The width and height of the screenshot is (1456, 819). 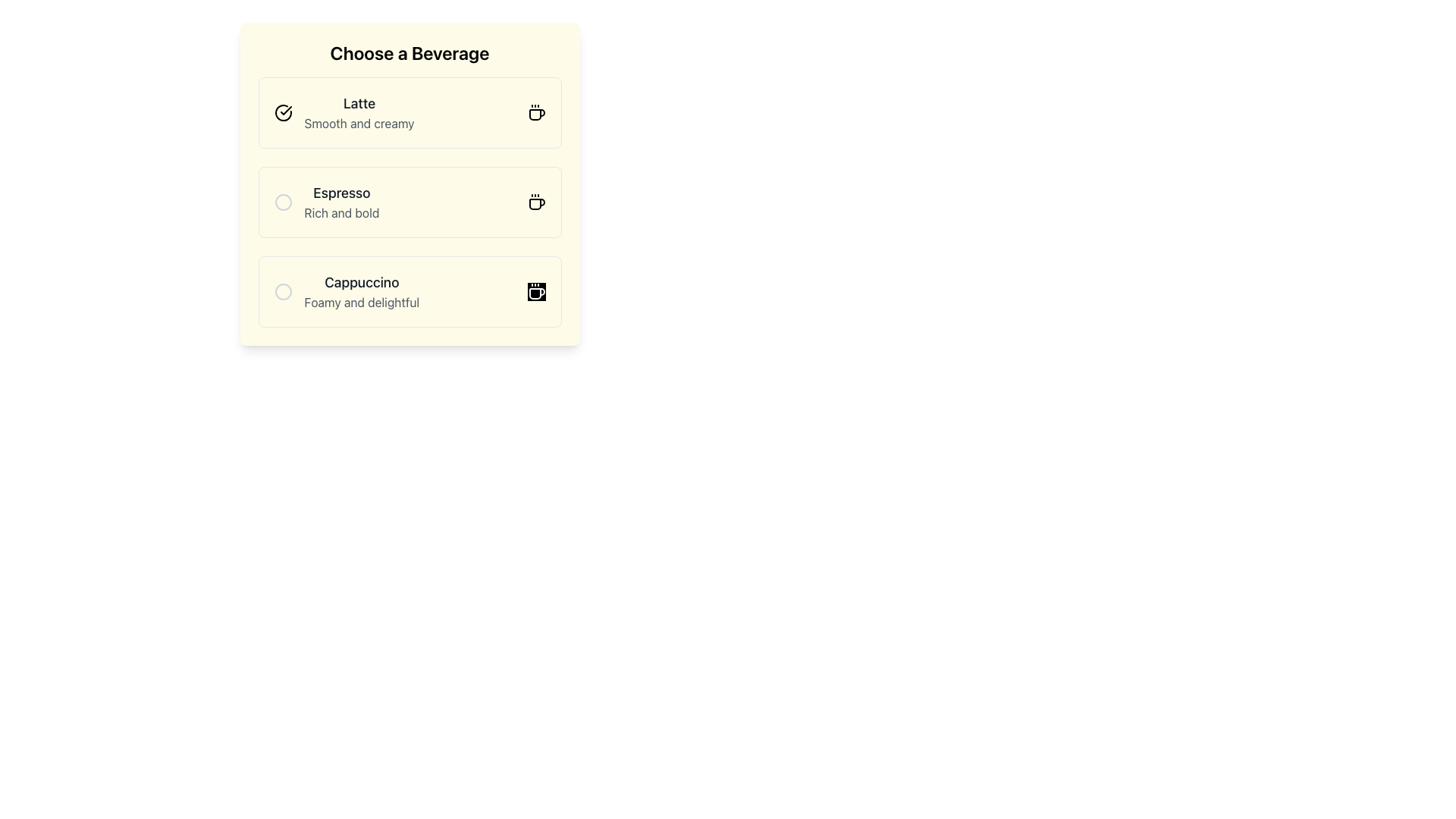 What do you see at coordinates (341, 192) in the screenshot?
I see `the 'Espresso' option title in the beverage selection menu, which is located in the center-left portion of the list and is situated below the 'Latte' title and above the 'Cappuccino' title` at bounding box center [341, 192].